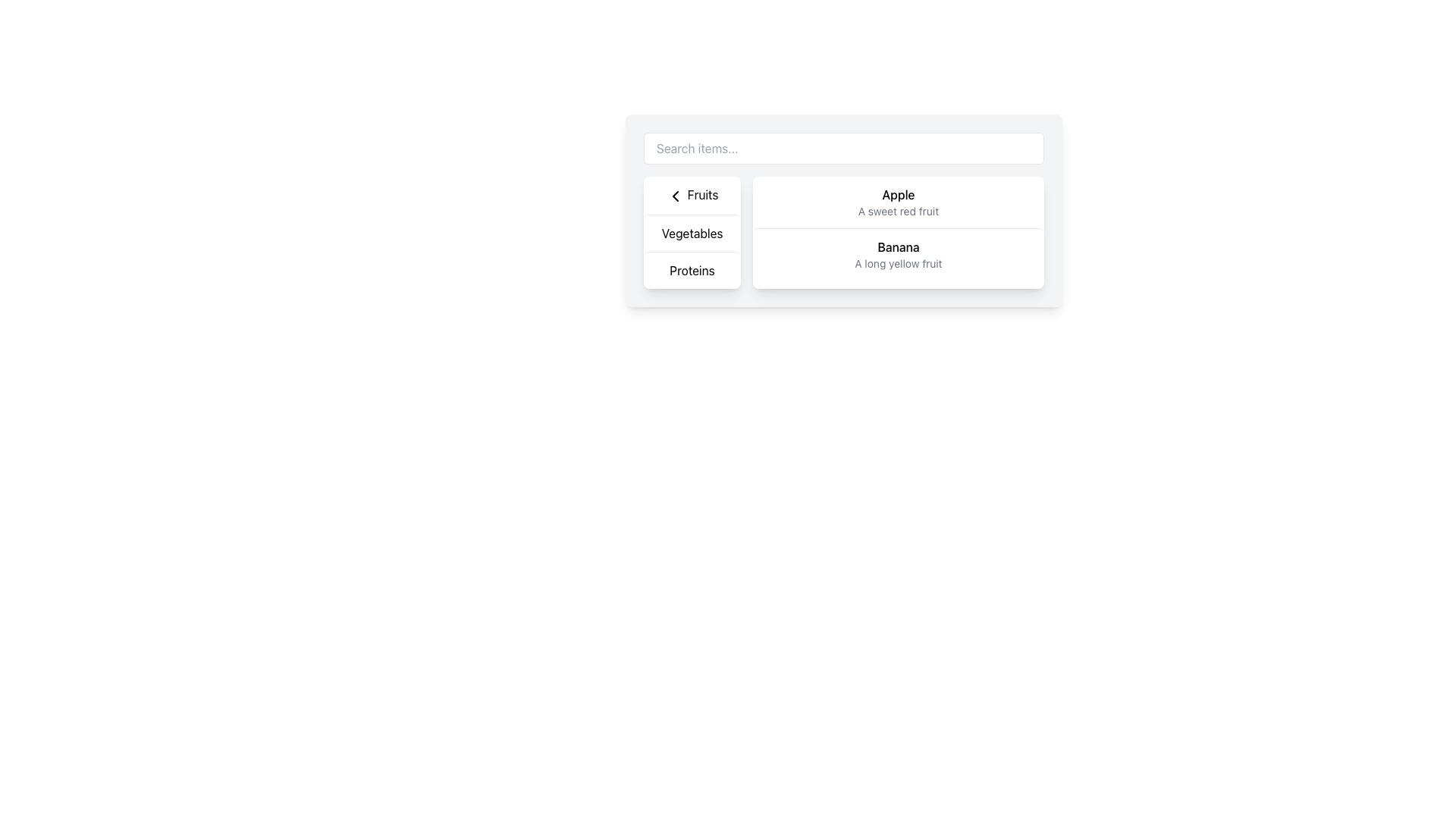 This screenshot has height=819, width=1456. I want to click on the black leftward chevron SVG icon located to the left of the 'Fruits' label in the vertical selection panel, so click(674, 195).